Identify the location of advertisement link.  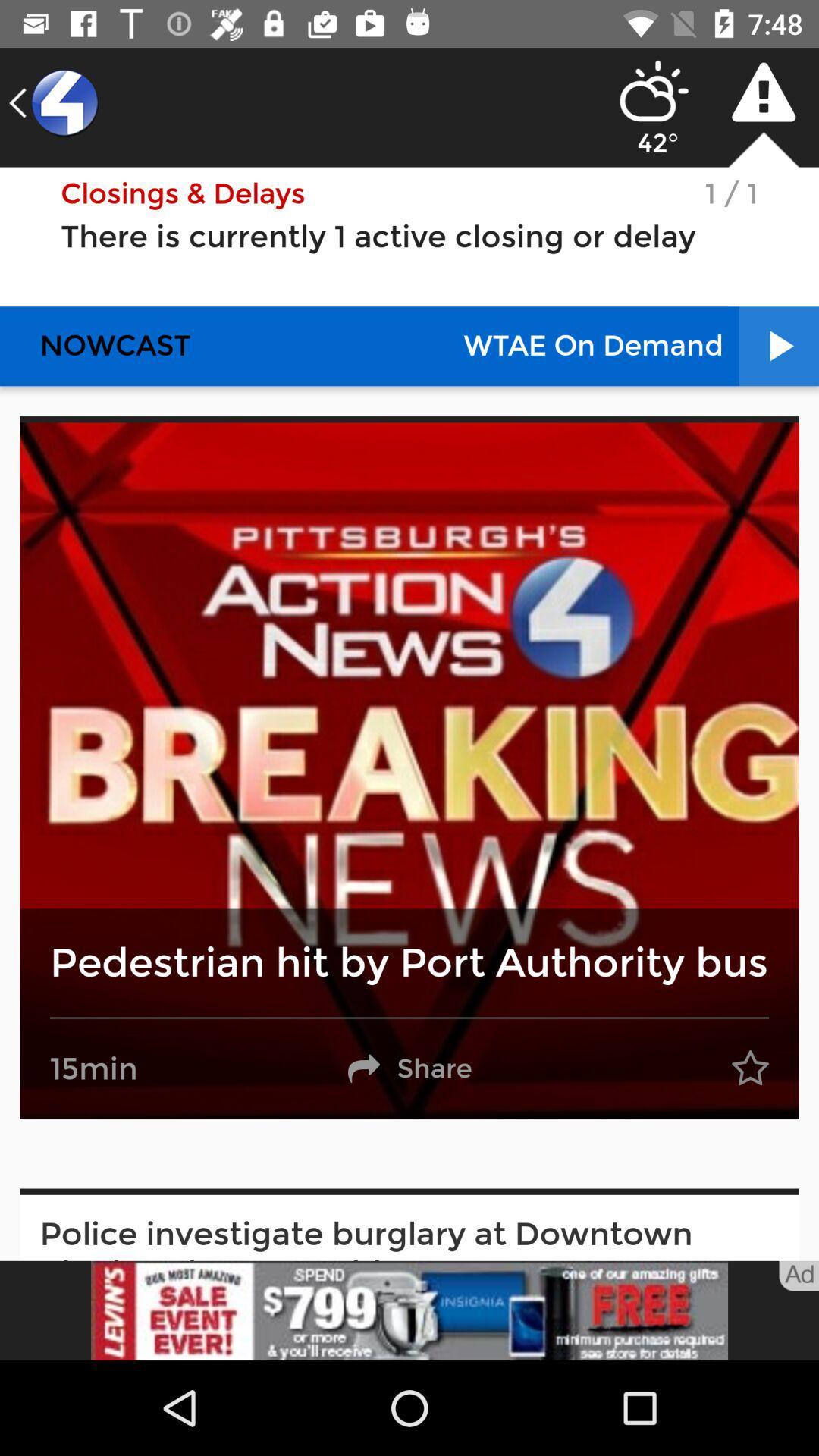
(409, 1310).